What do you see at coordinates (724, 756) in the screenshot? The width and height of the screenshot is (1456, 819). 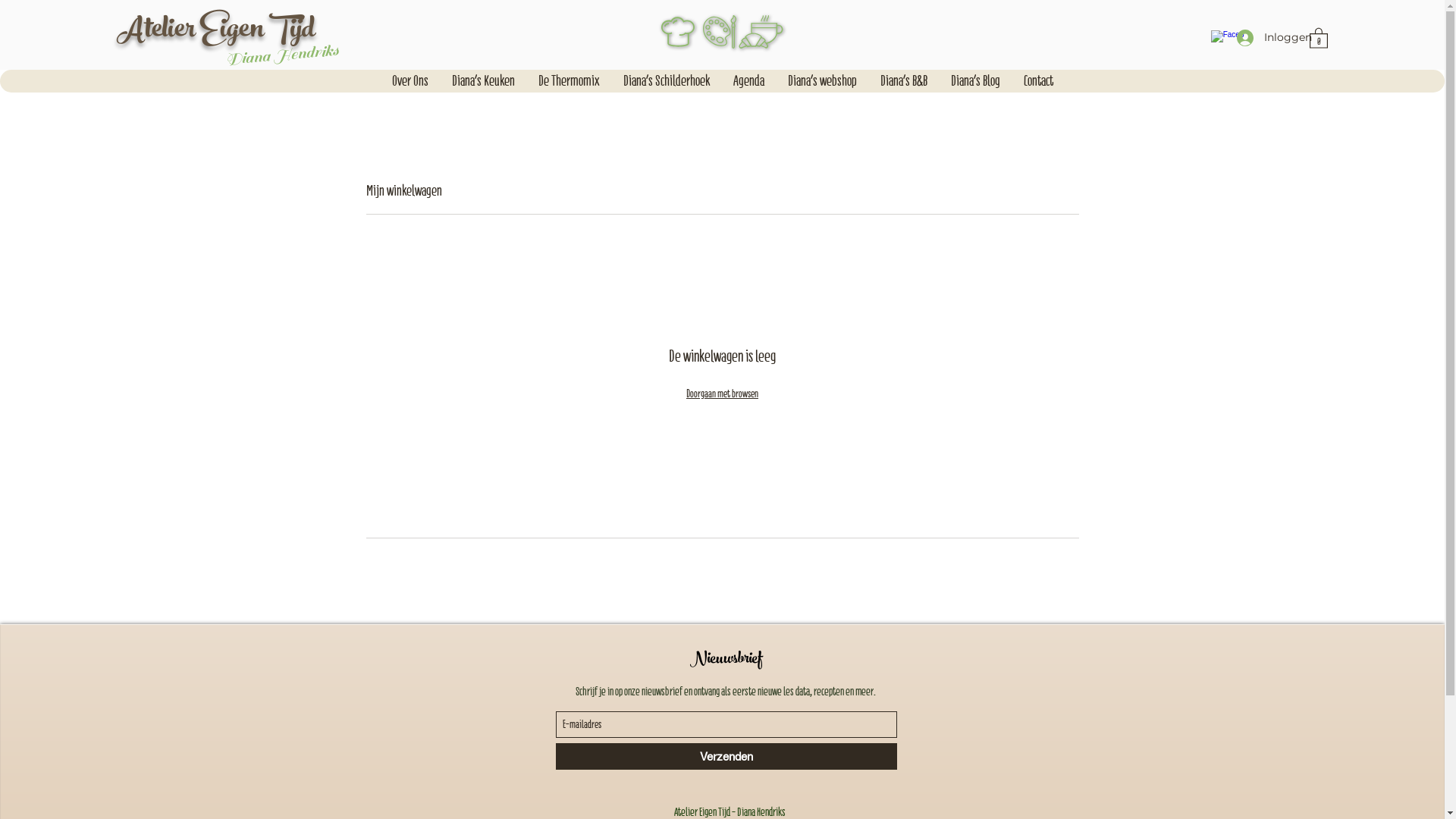 I see `'Verzenden'` at bounding box center [724, 756].